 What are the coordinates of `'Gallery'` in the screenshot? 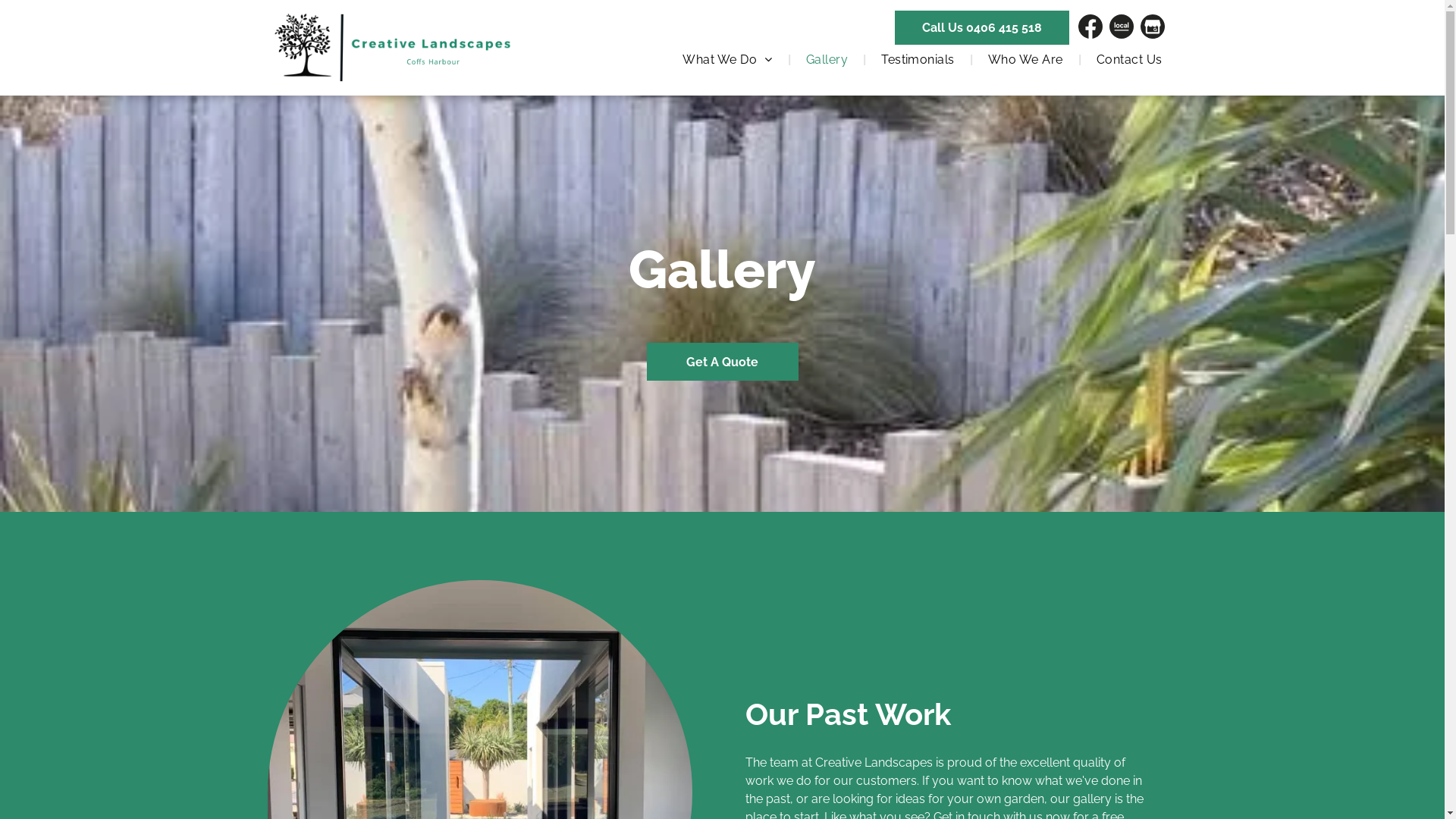 It's located at (826, 58).